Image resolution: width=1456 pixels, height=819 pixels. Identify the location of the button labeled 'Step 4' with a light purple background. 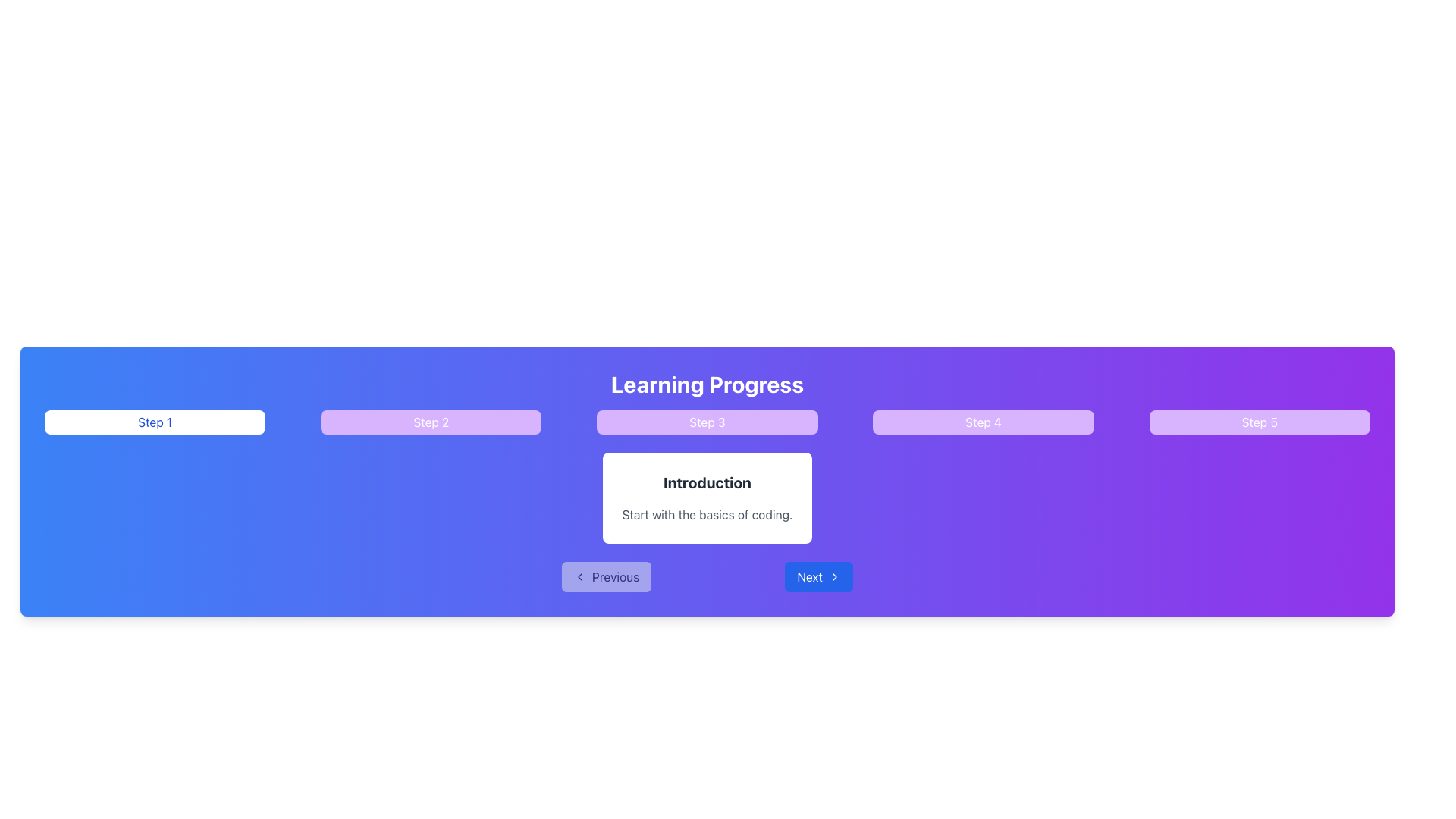
(984, 422).